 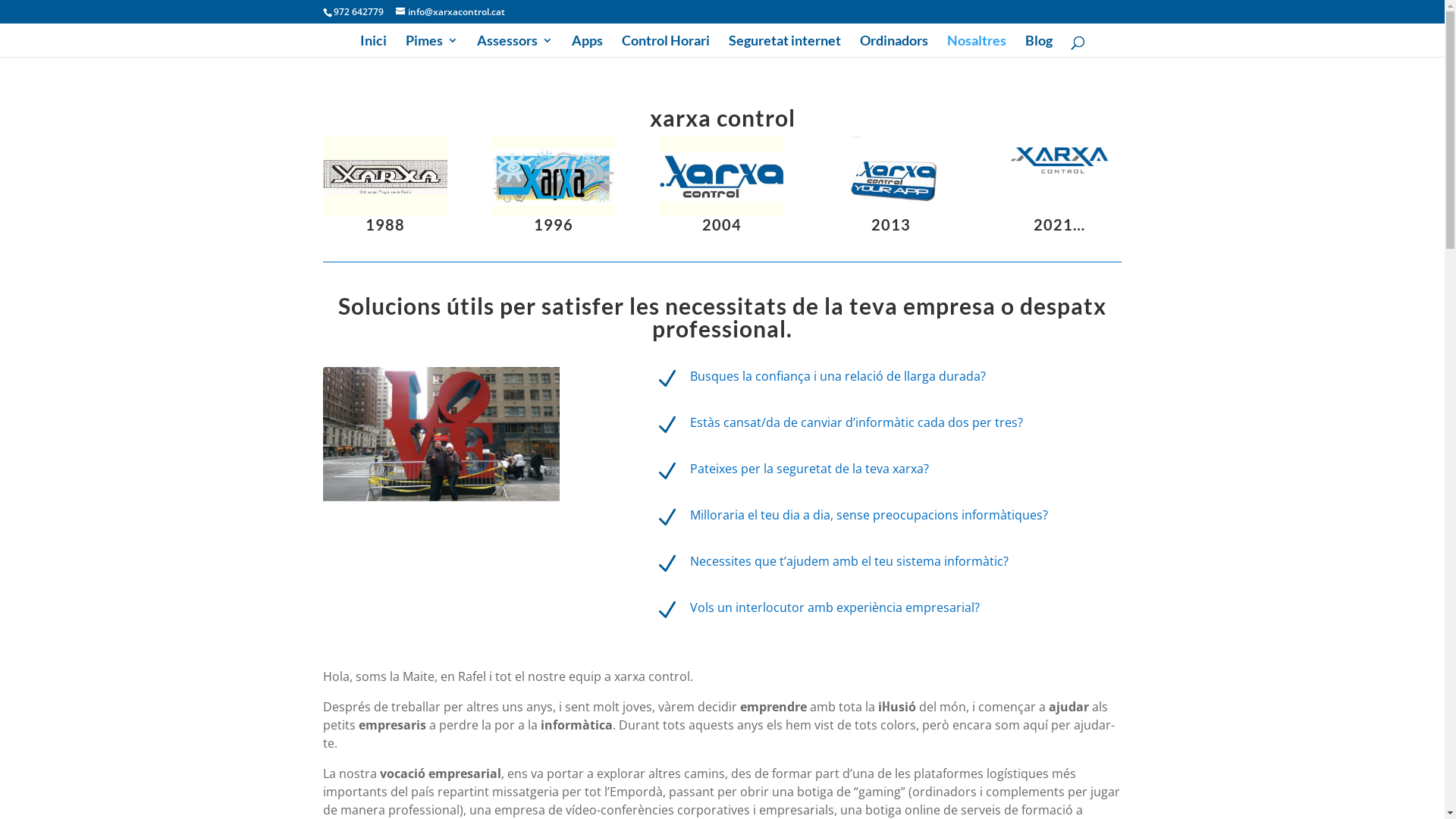 What do you see at coordinates (975, 45) in the screenshot?
I see `'Nosaltres'` at bounding box center [975, 45].